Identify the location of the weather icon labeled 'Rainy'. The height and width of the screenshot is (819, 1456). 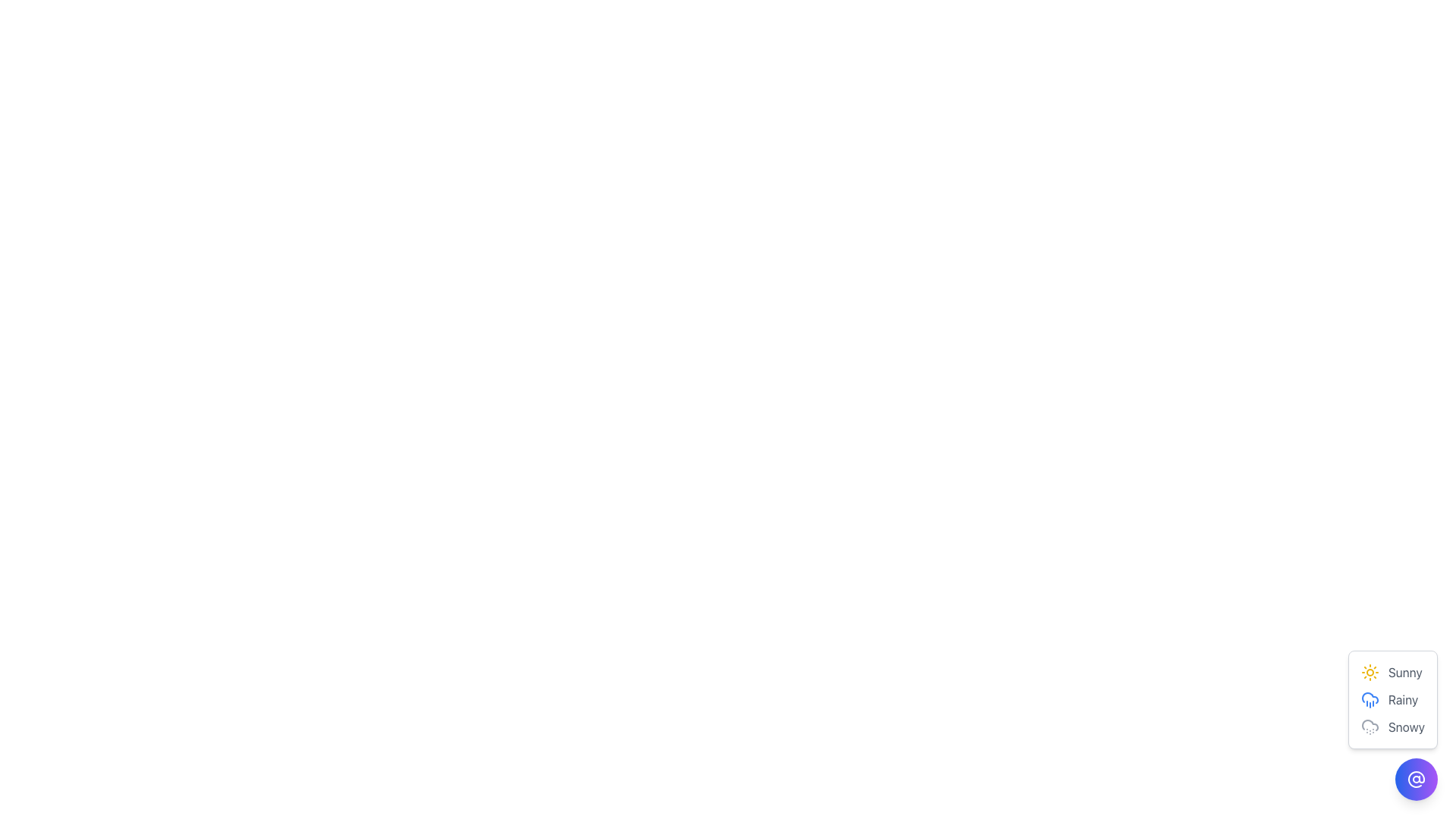
(1392, 699).